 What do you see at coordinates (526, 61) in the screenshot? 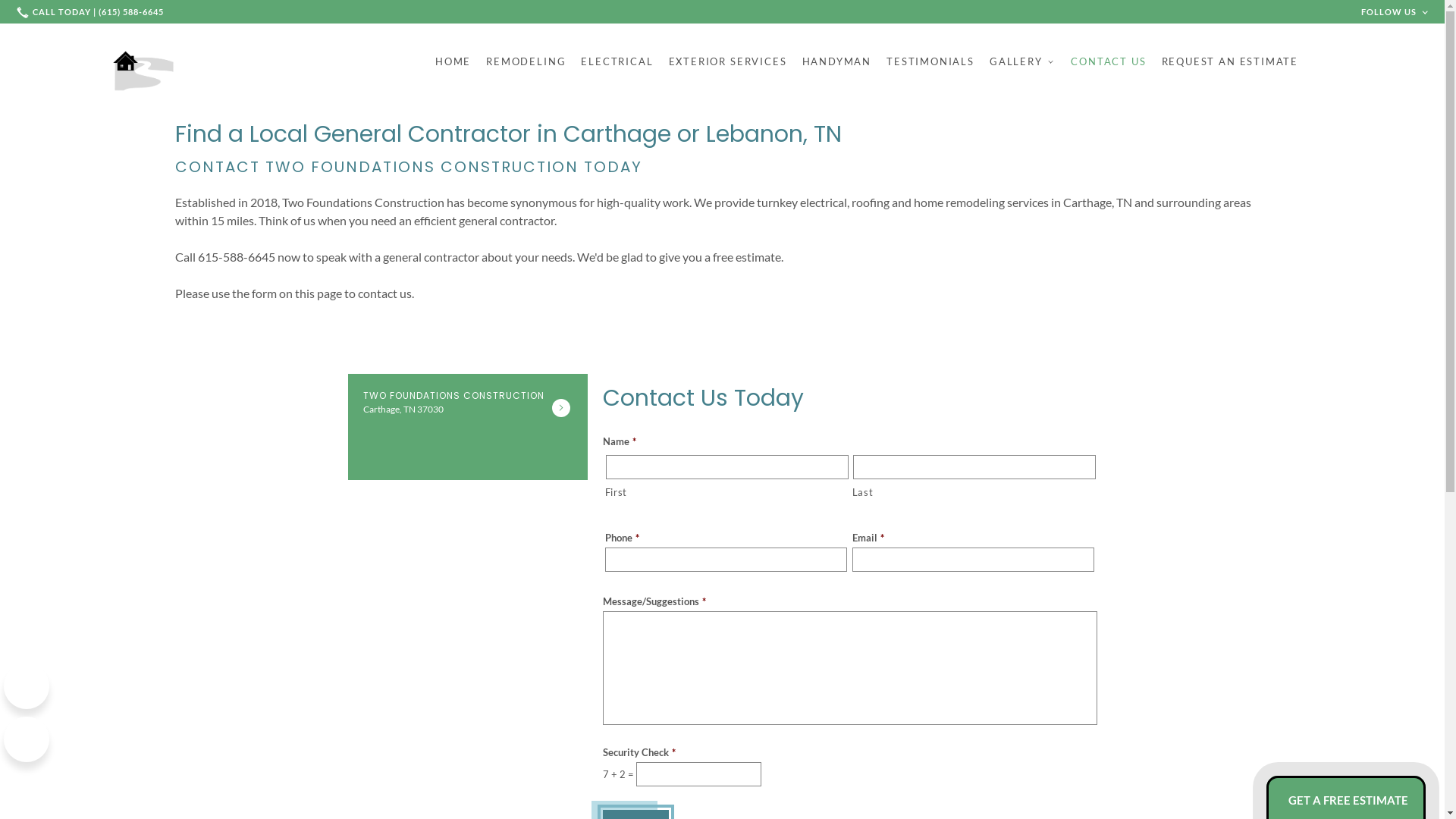
I see `'REMODELING'` at bounding box center [526, 61].